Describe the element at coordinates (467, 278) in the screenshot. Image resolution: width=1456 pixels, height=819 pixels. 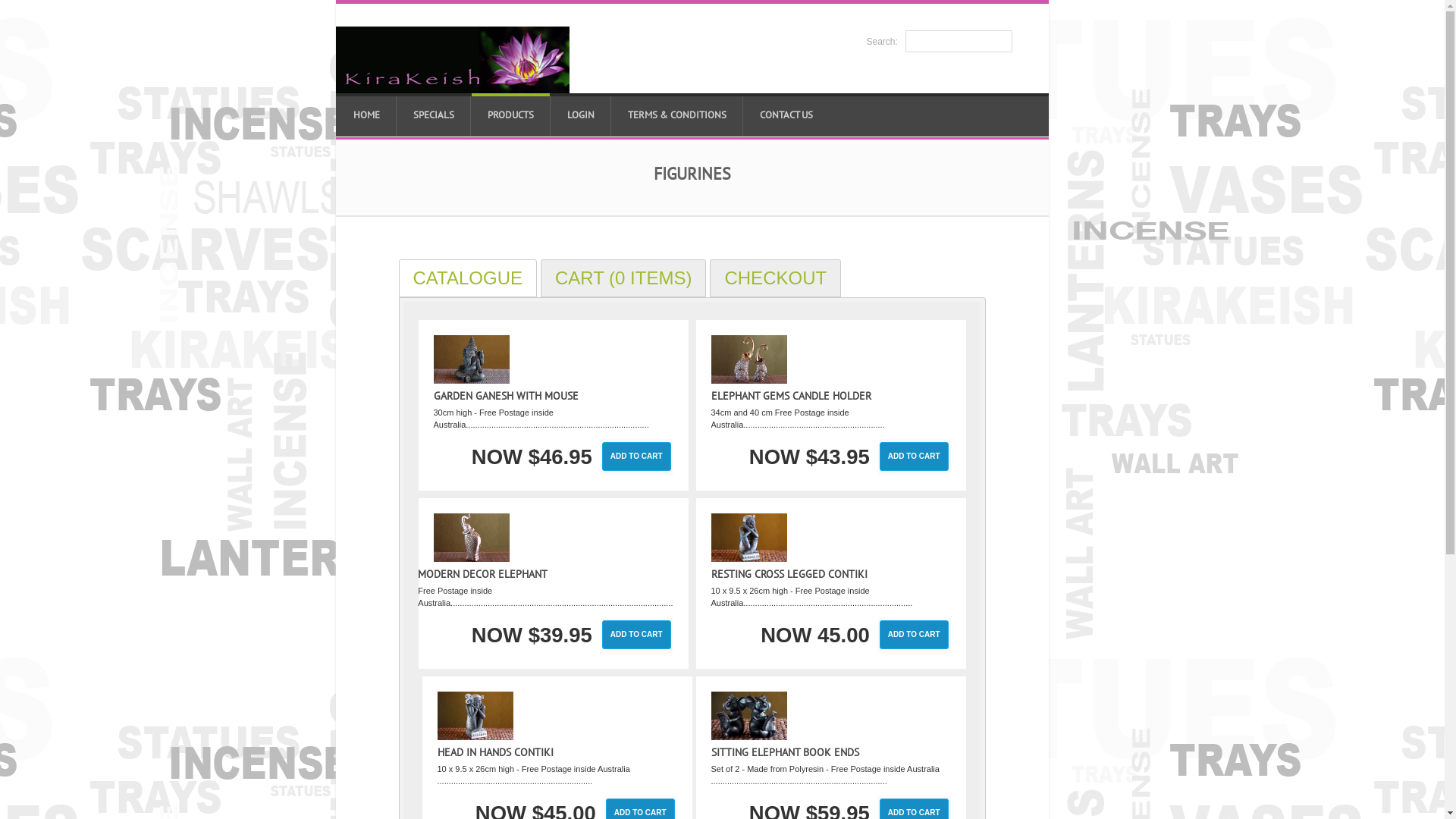
I see `'CATALOGUE'` at that location.